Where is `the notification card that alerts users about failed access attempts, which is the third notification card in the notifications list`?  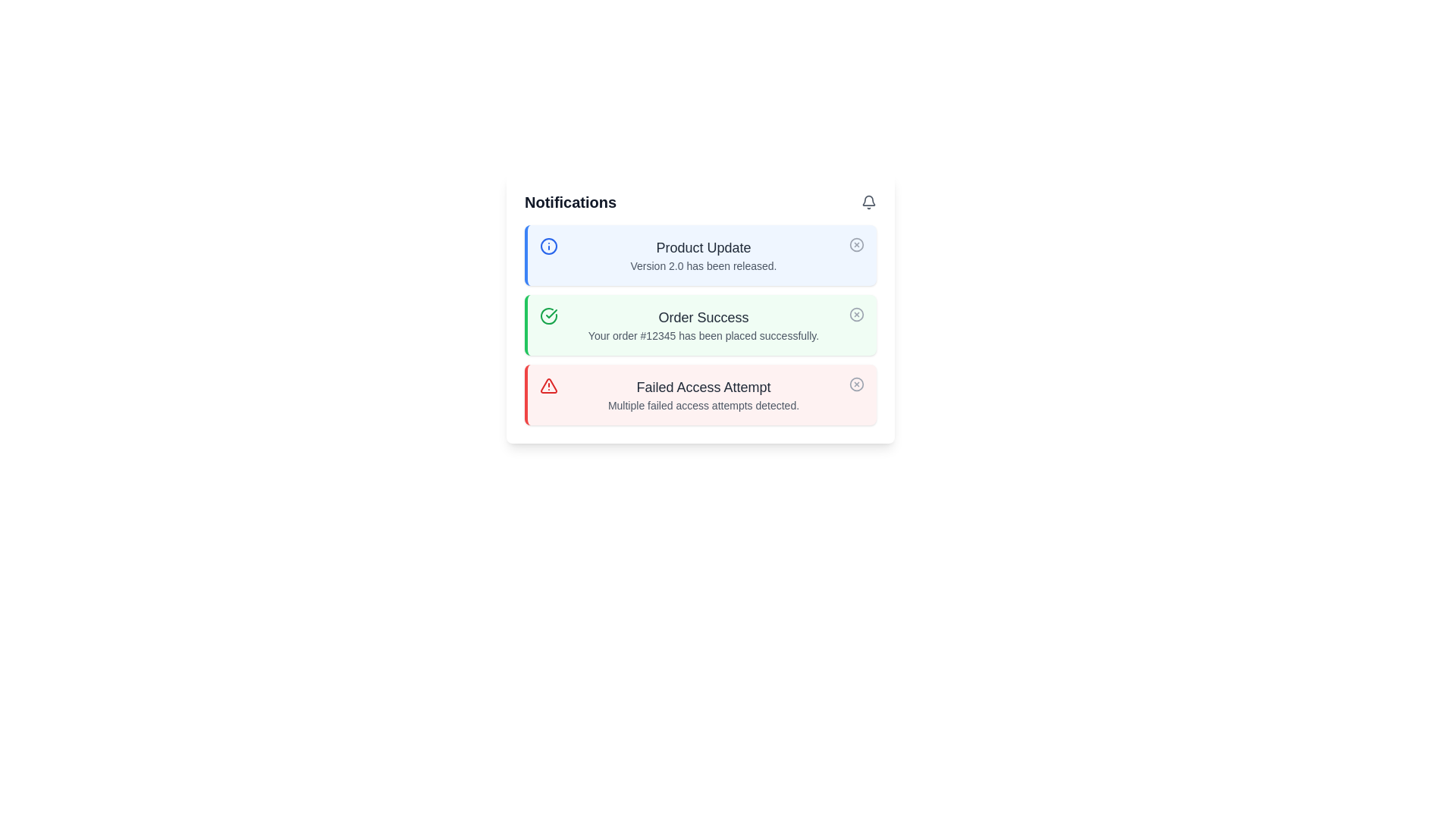
the notification card that alerts users about failed access attempts, which is the third notification card in the notifications list is located at coordinates (702, 394).